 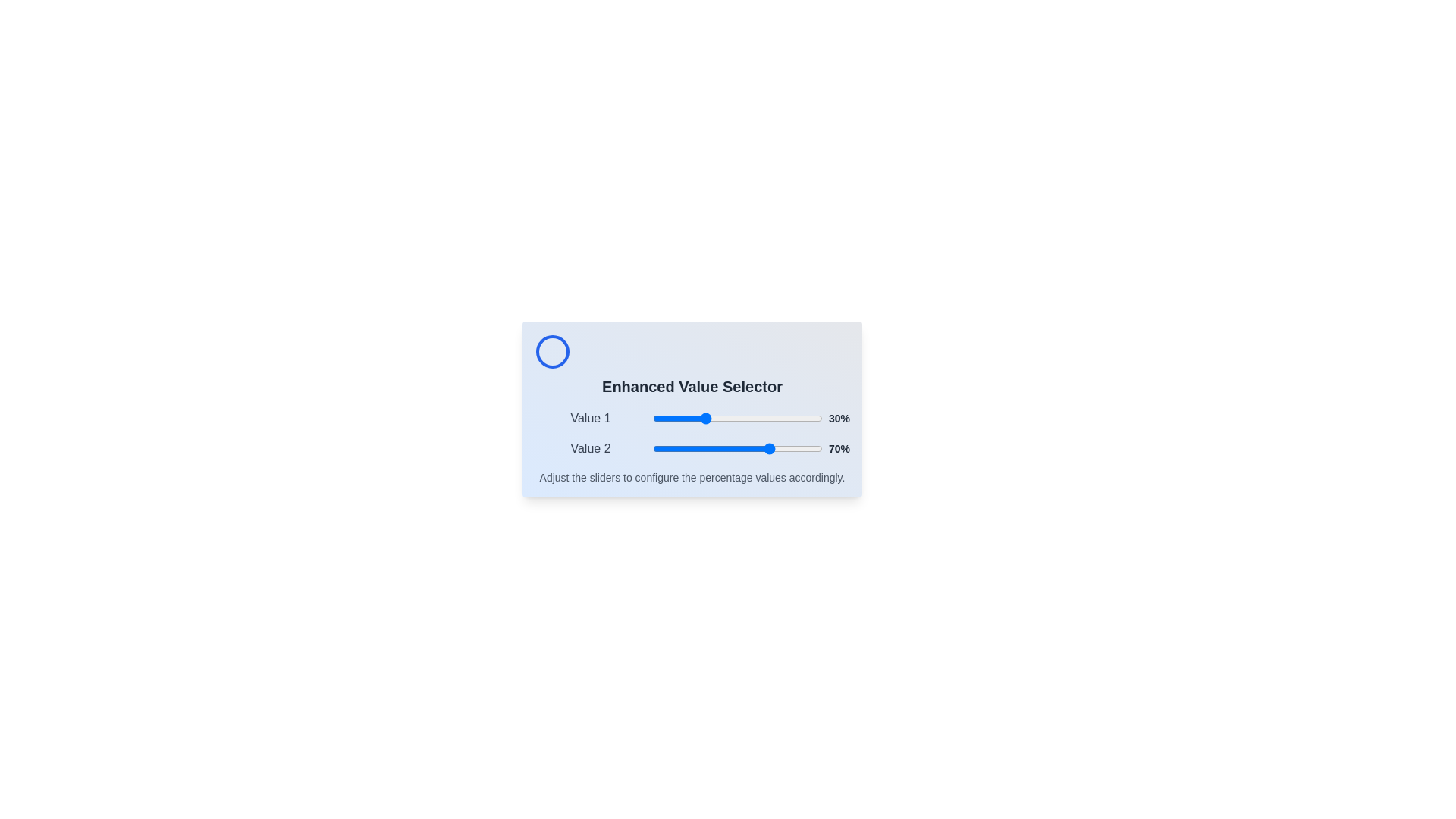 I want to click on the slider for Value 1 to 31%, so click(x=704, y=418).